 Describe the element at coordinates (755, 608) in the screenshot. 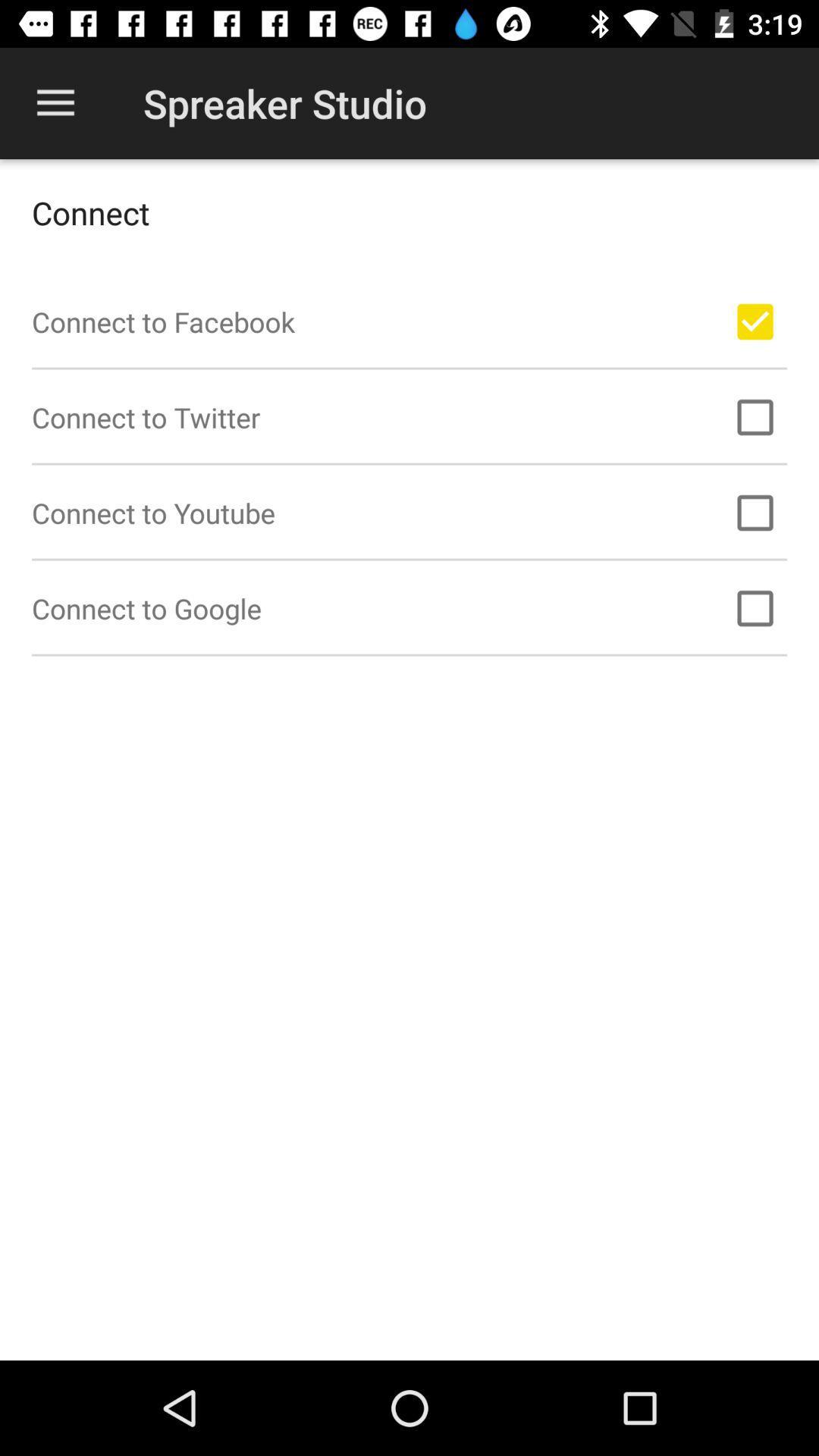

I see `connect to google` at that location.